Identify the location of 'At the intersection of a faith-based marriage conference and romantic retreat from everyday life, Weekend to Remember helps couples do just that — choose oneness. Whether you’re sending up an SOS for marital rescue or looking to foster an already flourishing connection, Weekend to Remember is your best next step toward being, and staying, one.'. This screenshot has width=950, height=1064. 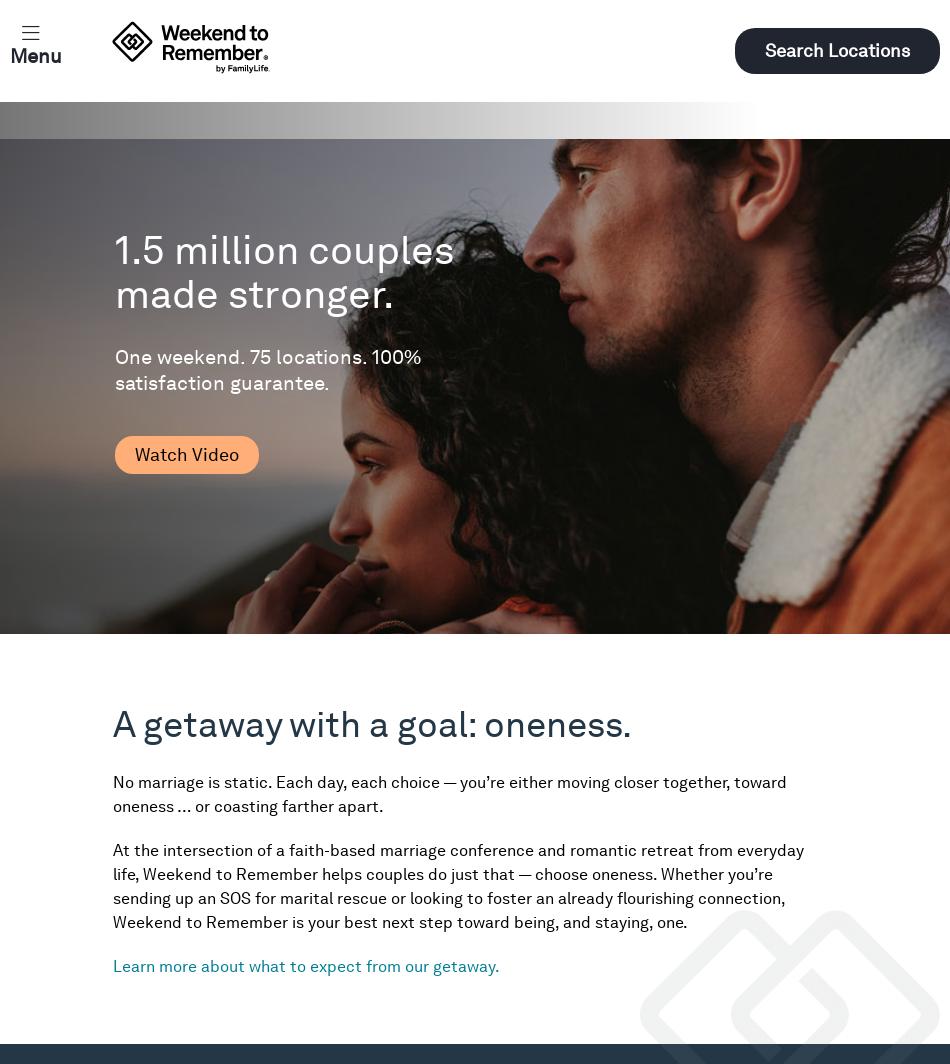
(457, 886).